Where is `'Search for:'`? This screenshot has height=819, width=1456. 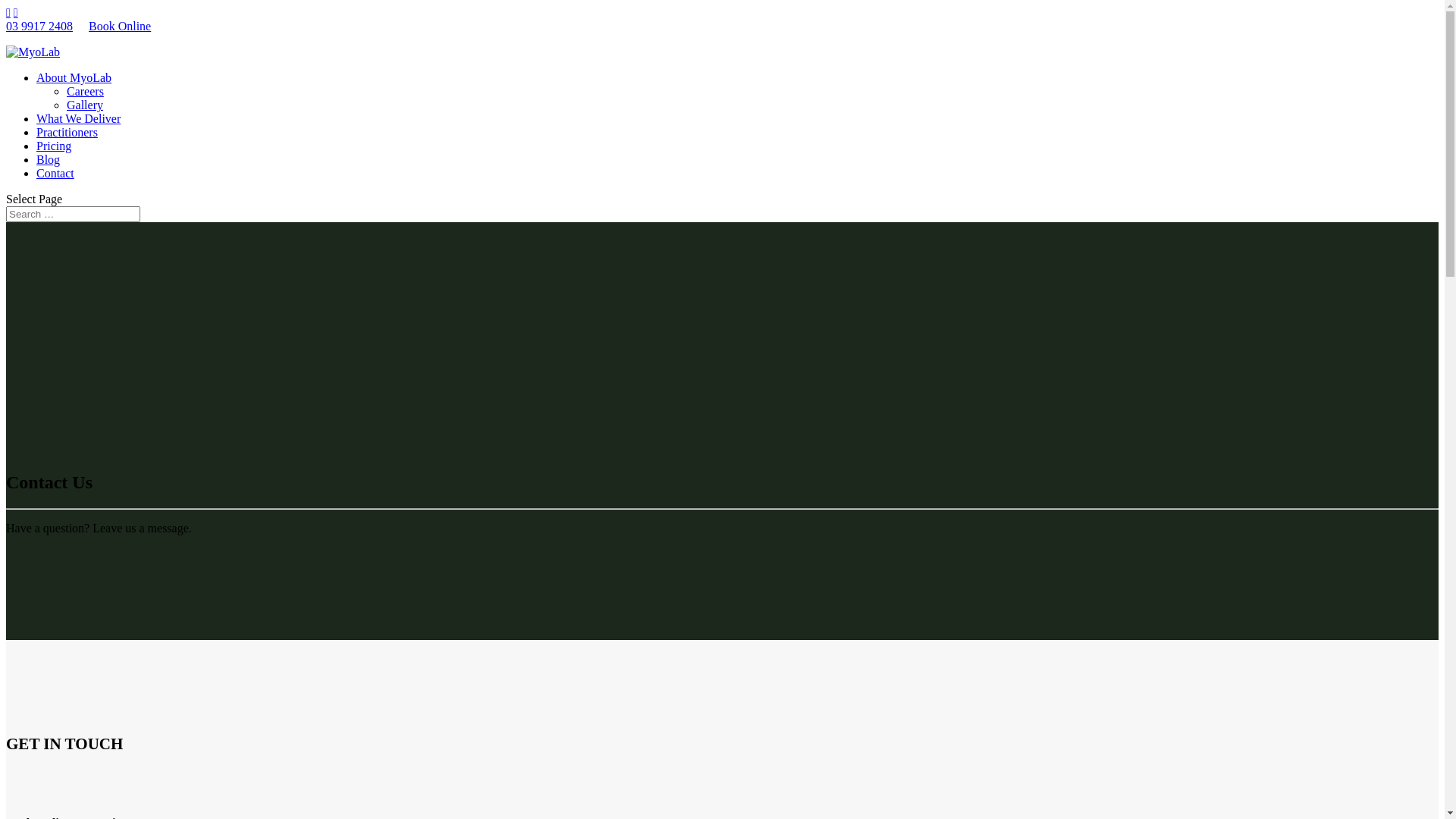
'Search for:' is located at coordinates (72, 214).